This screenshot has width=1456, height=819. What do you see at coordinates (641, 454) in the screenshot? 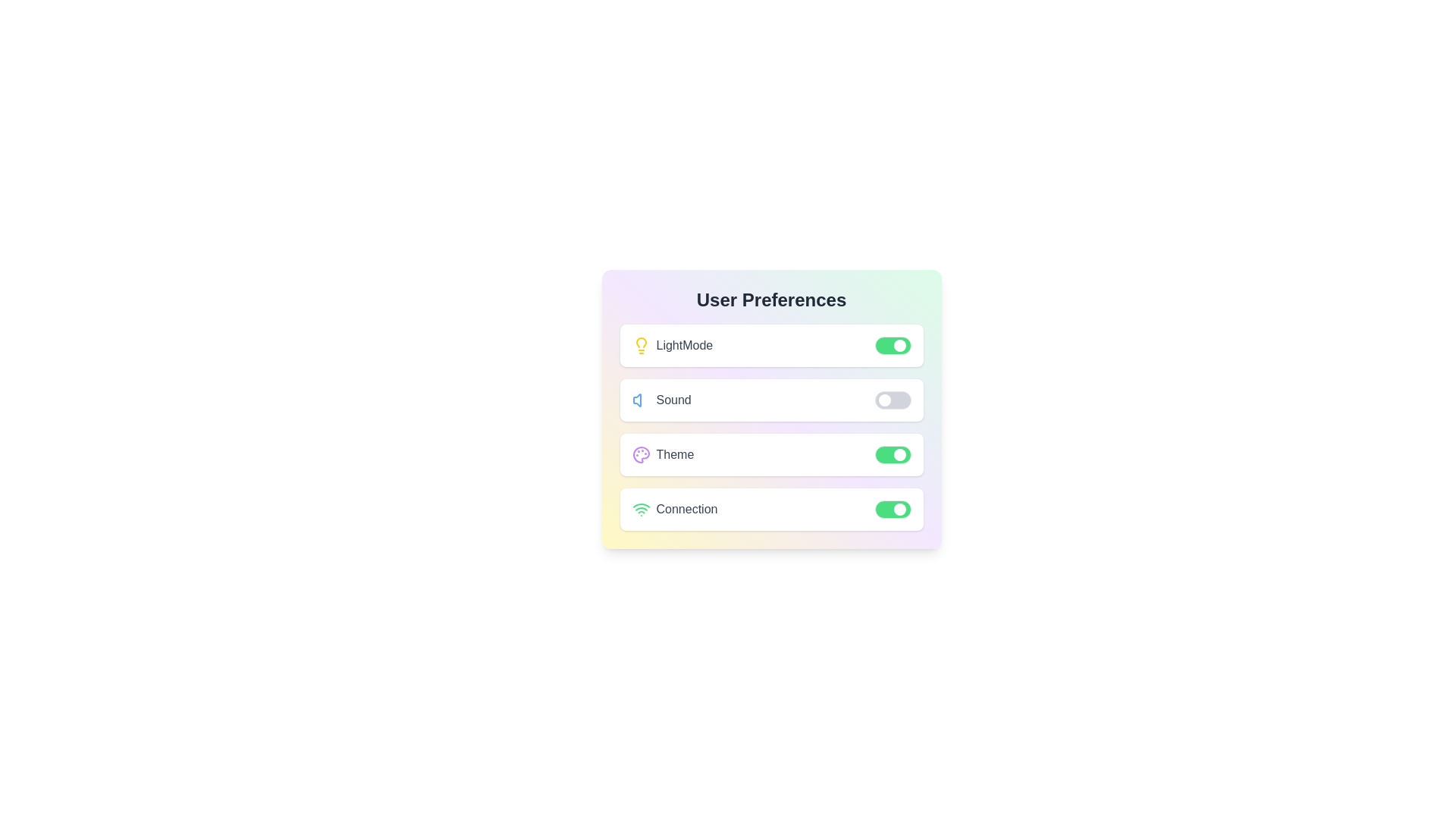
I see `the theme customization icon located in the third row of the 'User Preferences' section, to the left of the label text and switch toggle` at bounding box center [641, 454].